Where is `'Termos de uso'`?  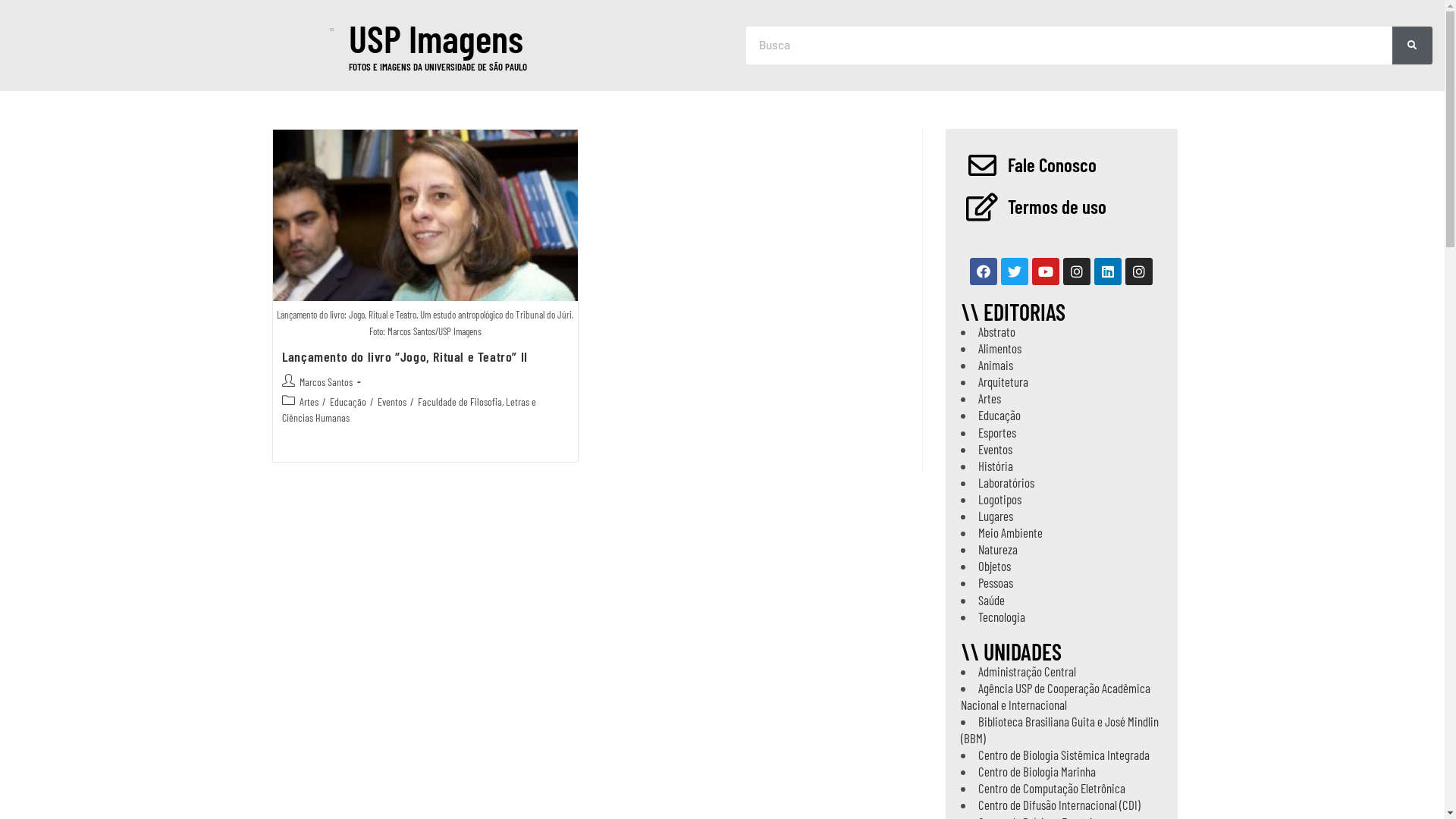
'Termos de uso' is located at coordinates (1055, 206).